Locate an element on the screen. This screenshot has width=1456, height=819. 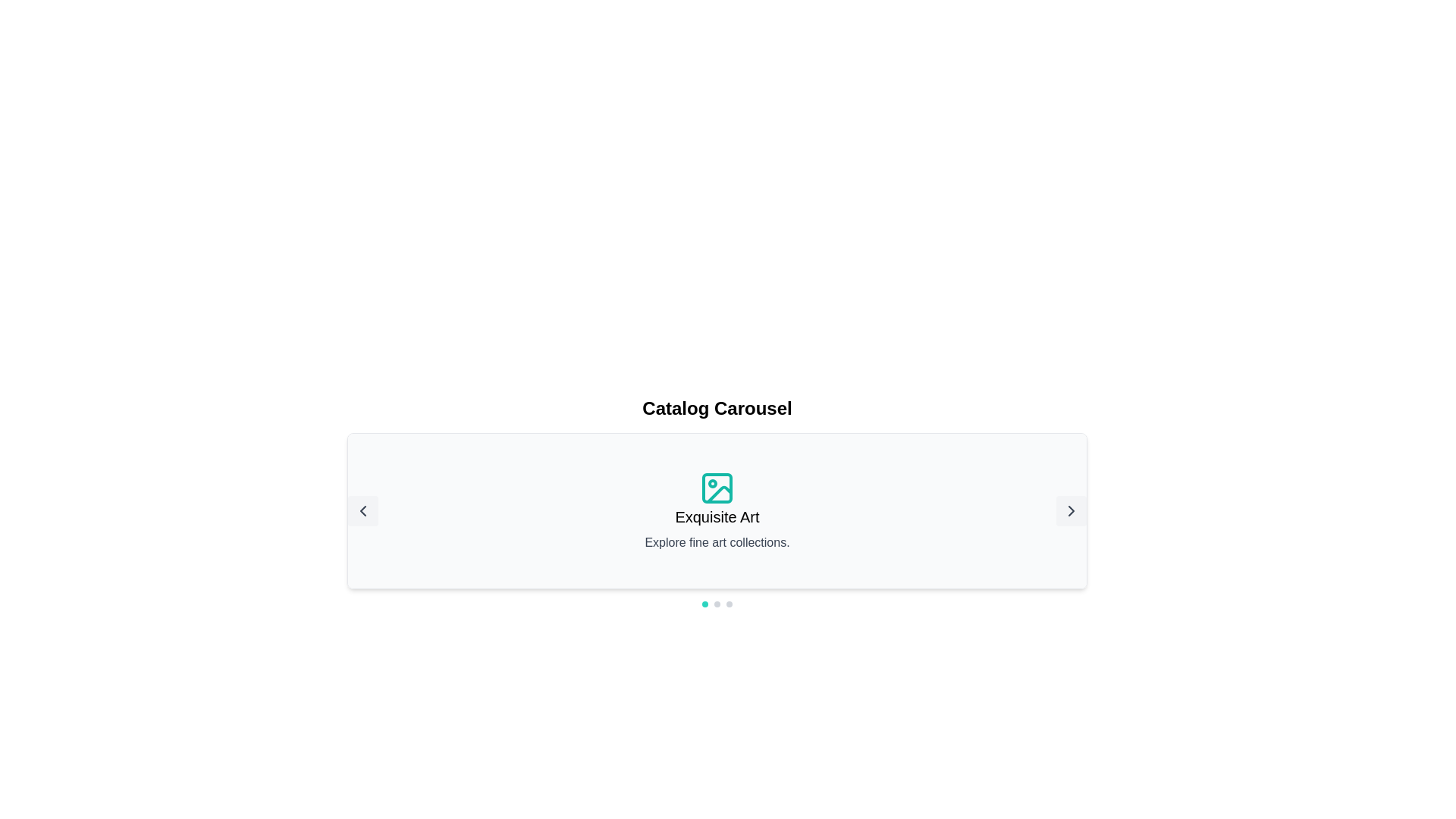
teal-colored icon representing an image, which features a small triangle with a dot inside, located in the carousel display below 'Catalog Carousel' and above 'Exquisite Art' is located at coordinates (719, 494).